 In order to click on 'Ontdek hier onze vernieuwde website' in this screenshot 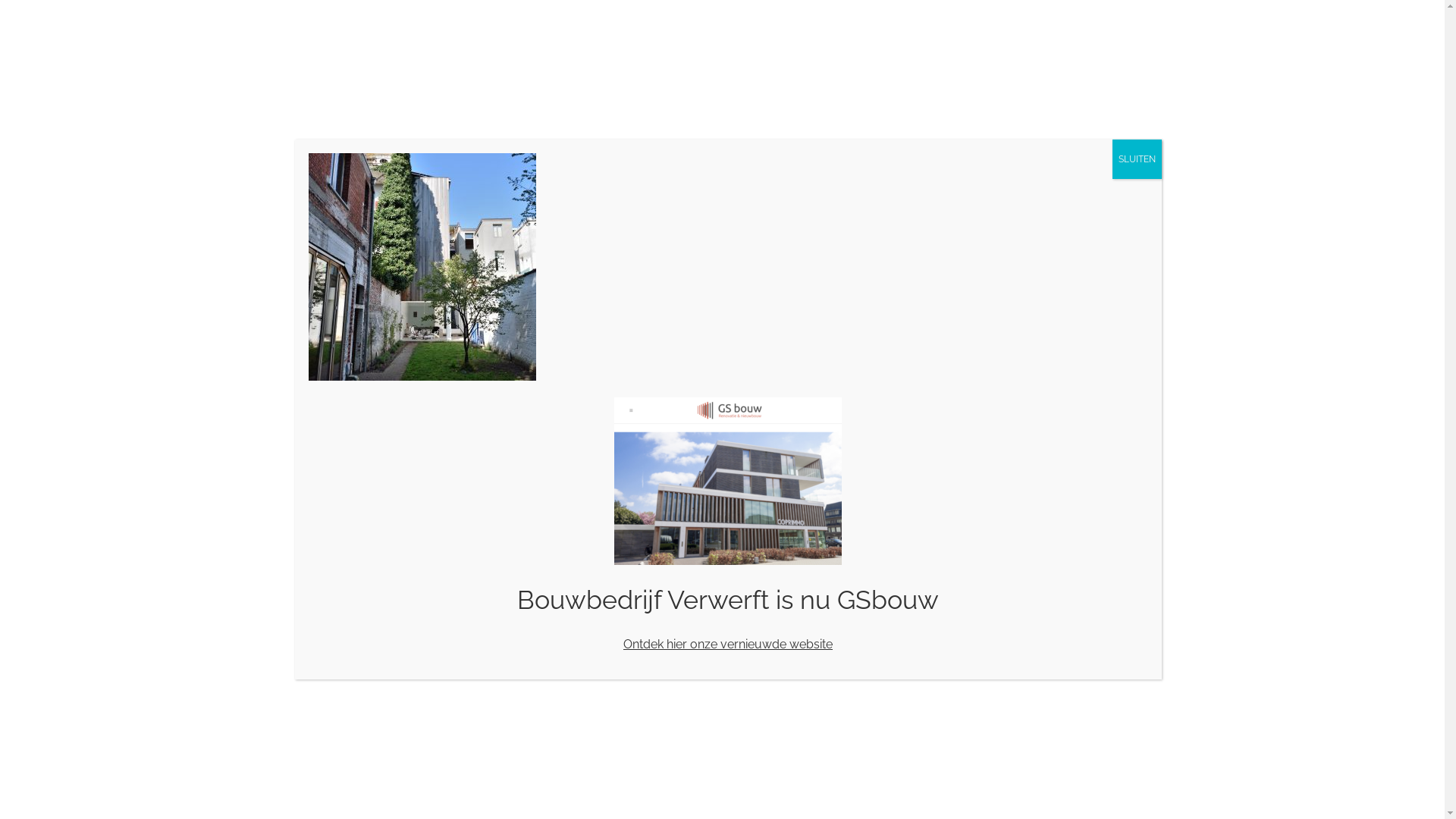, I will do `click(728, 644)`.